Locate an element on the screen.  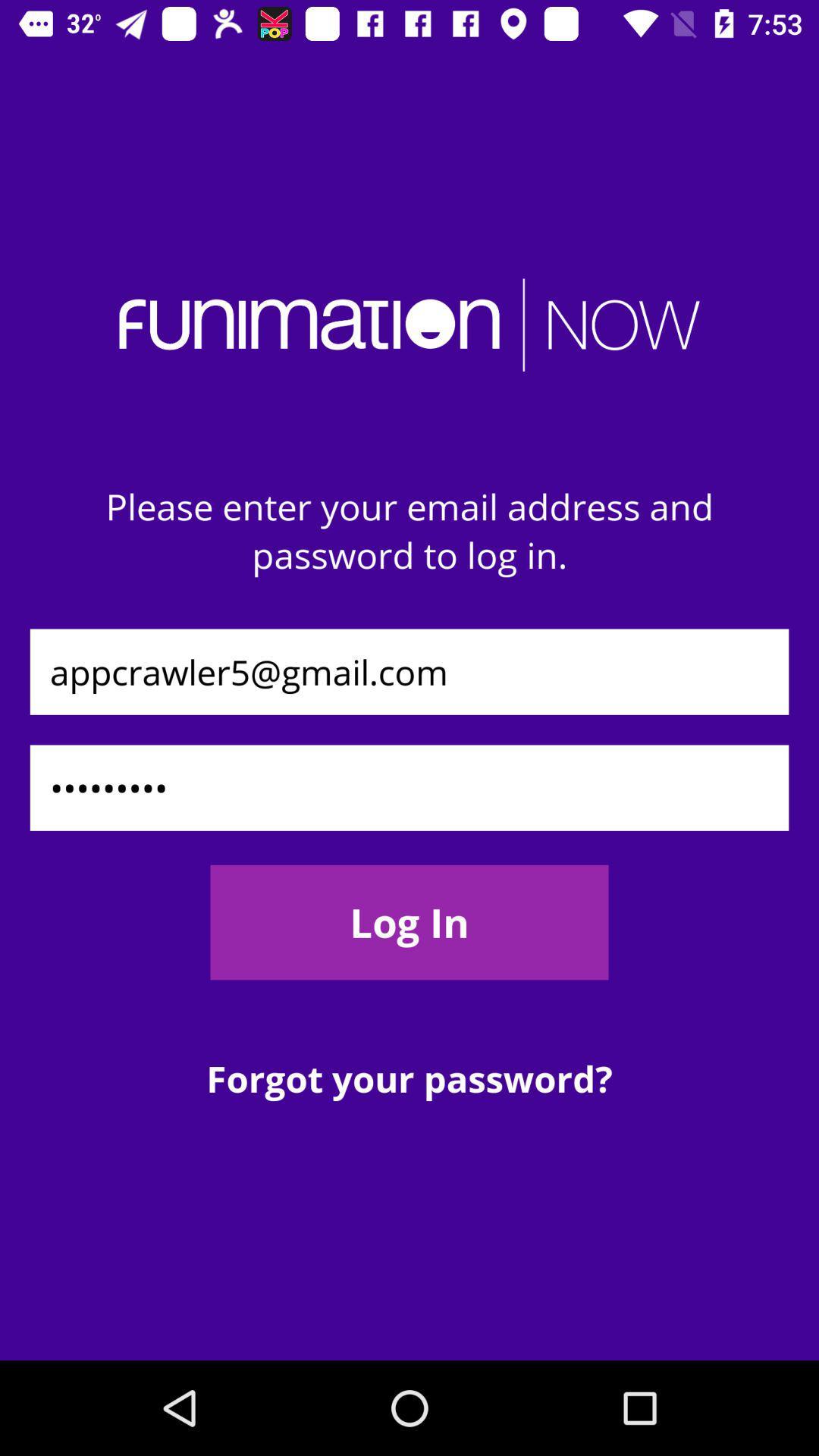
crowd3116 icon is located at coordinates (409, 788).